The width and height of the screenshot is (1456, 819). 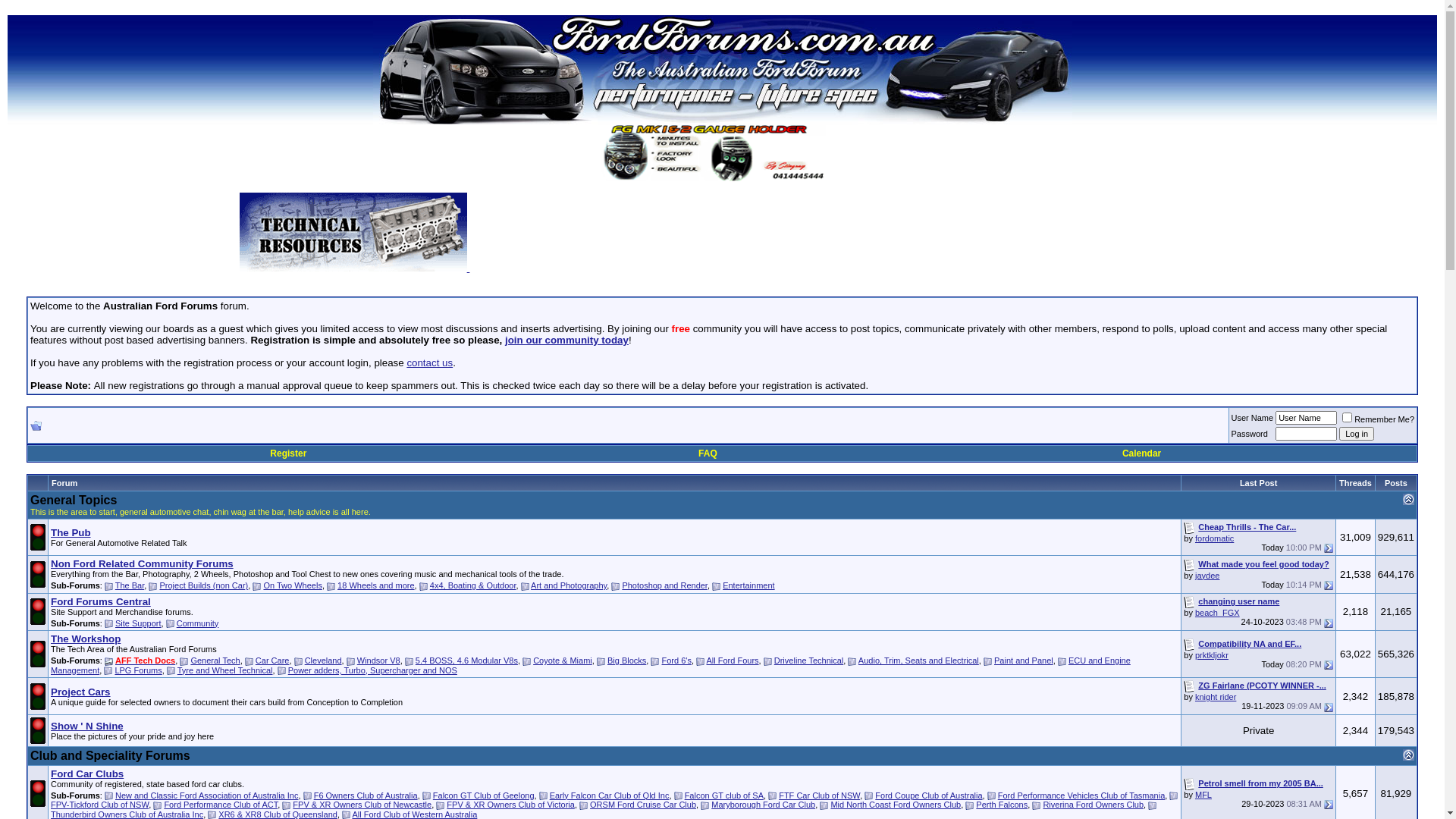 I want to click on 'Club and Speciality Forums', so click(x=109, y=755).